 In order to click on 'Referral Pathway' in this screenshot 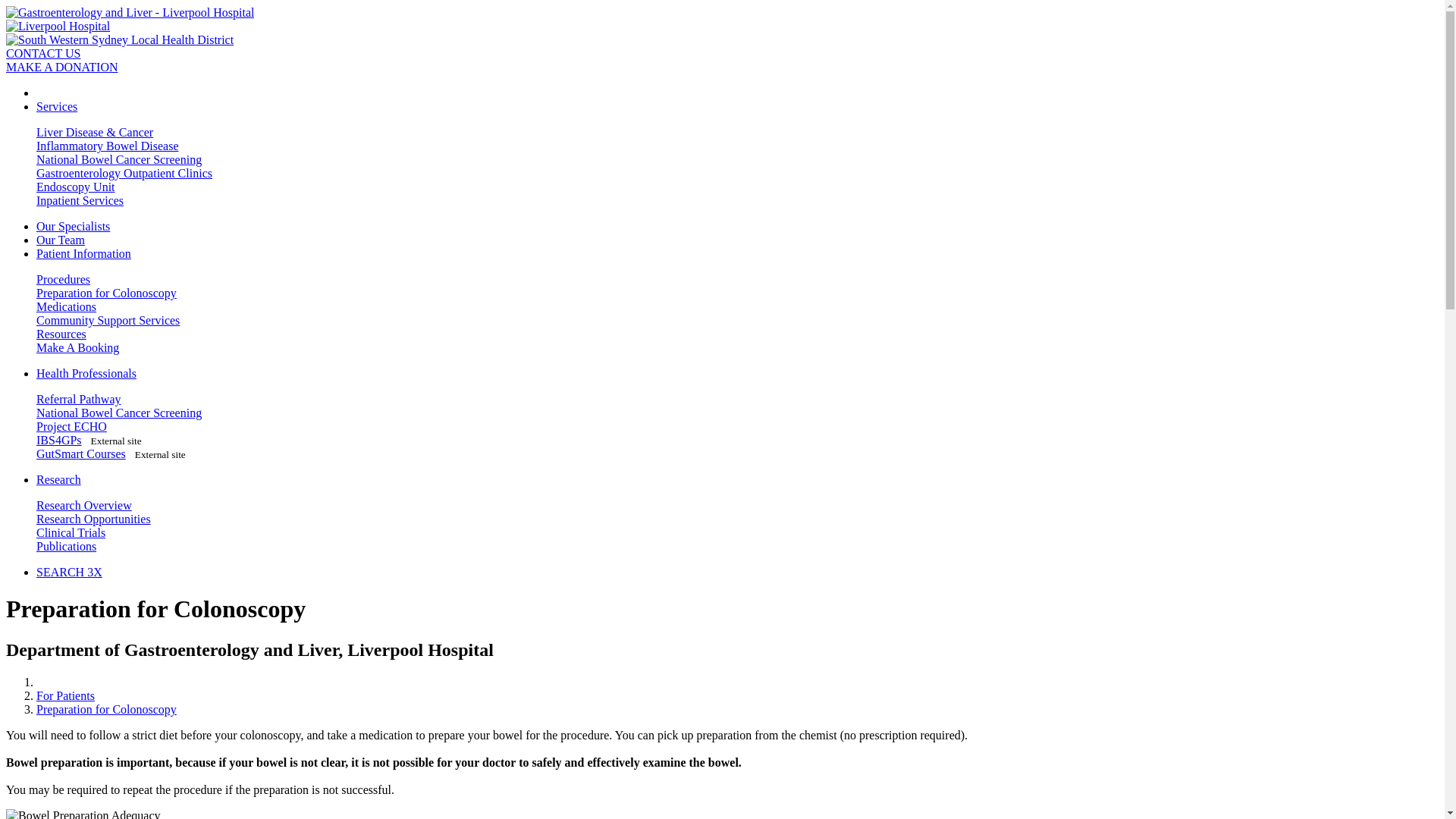, I will do `click(78, 398)`.